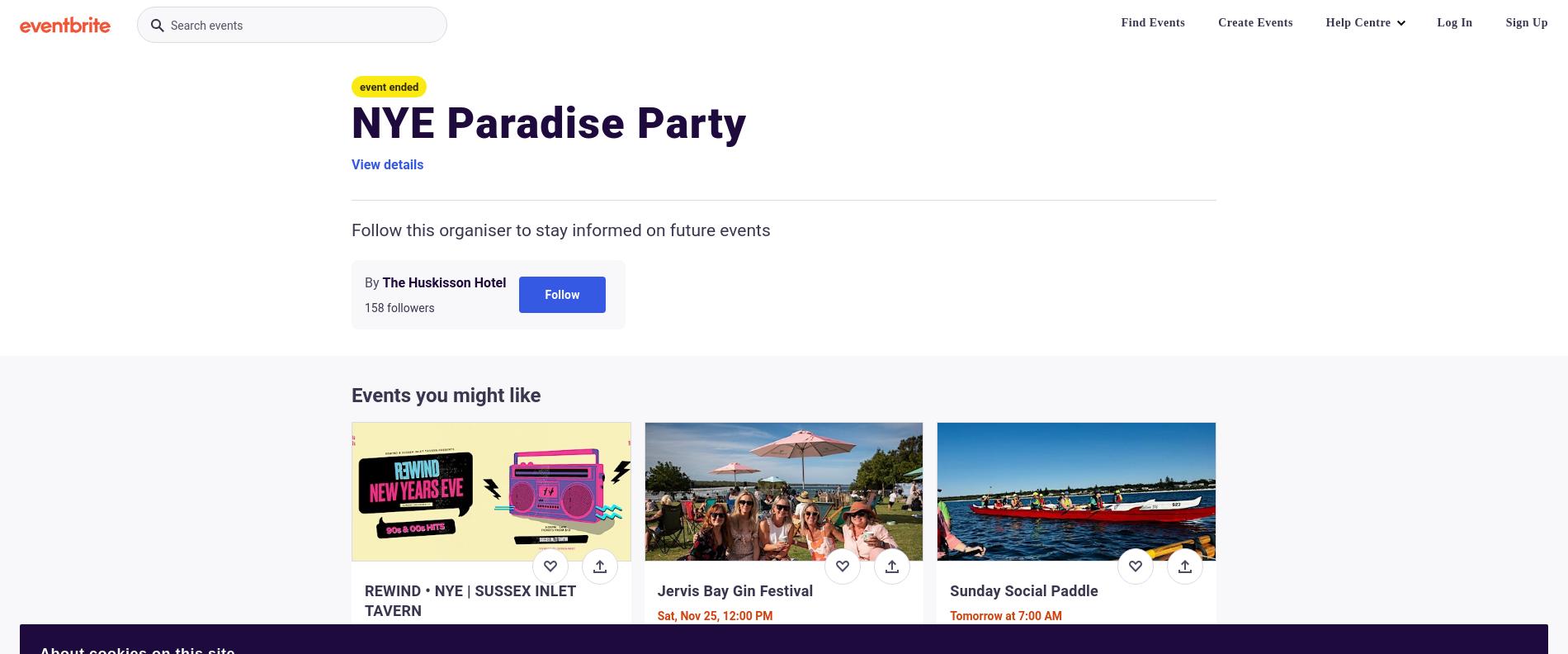 Image resolution: width=1568 pixels, height=654 pixels. I want to click on 'NYE Paradise Party', so click(549, 122).